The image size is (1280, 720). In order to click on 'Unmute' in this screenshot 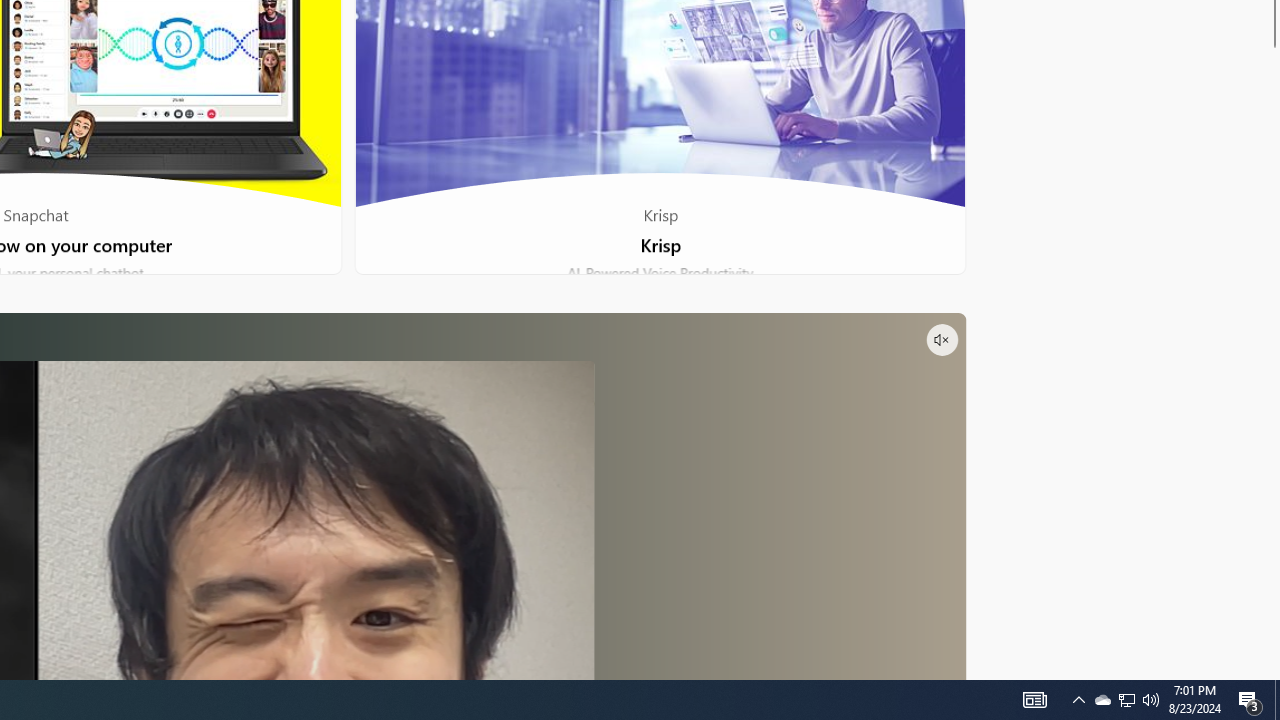, I will do `click(940, 338)`.